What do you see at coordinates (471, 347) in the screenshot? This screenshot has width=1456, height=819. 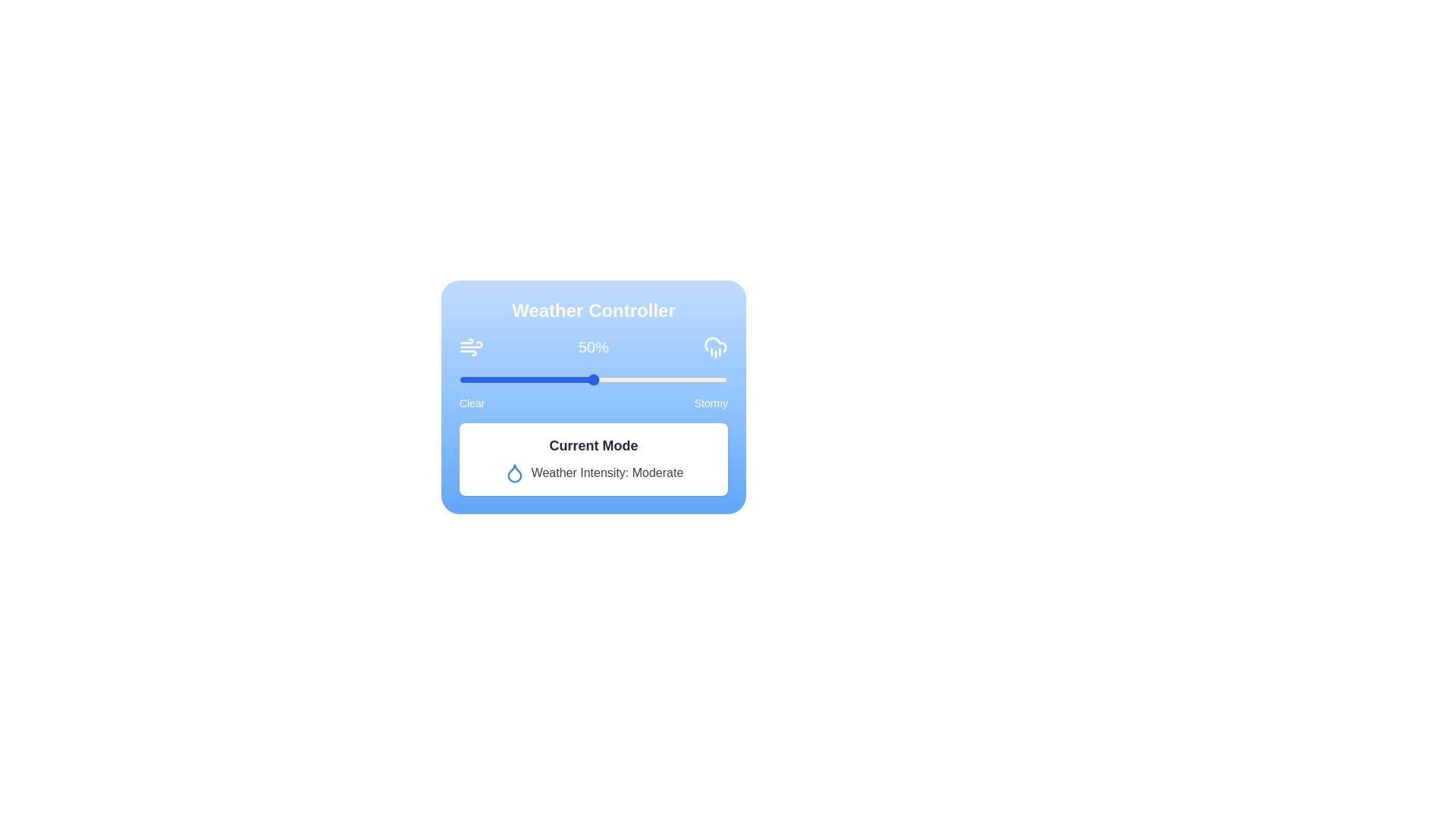 I see `the wind icon to interact with it` at bounding box center [471, 347].